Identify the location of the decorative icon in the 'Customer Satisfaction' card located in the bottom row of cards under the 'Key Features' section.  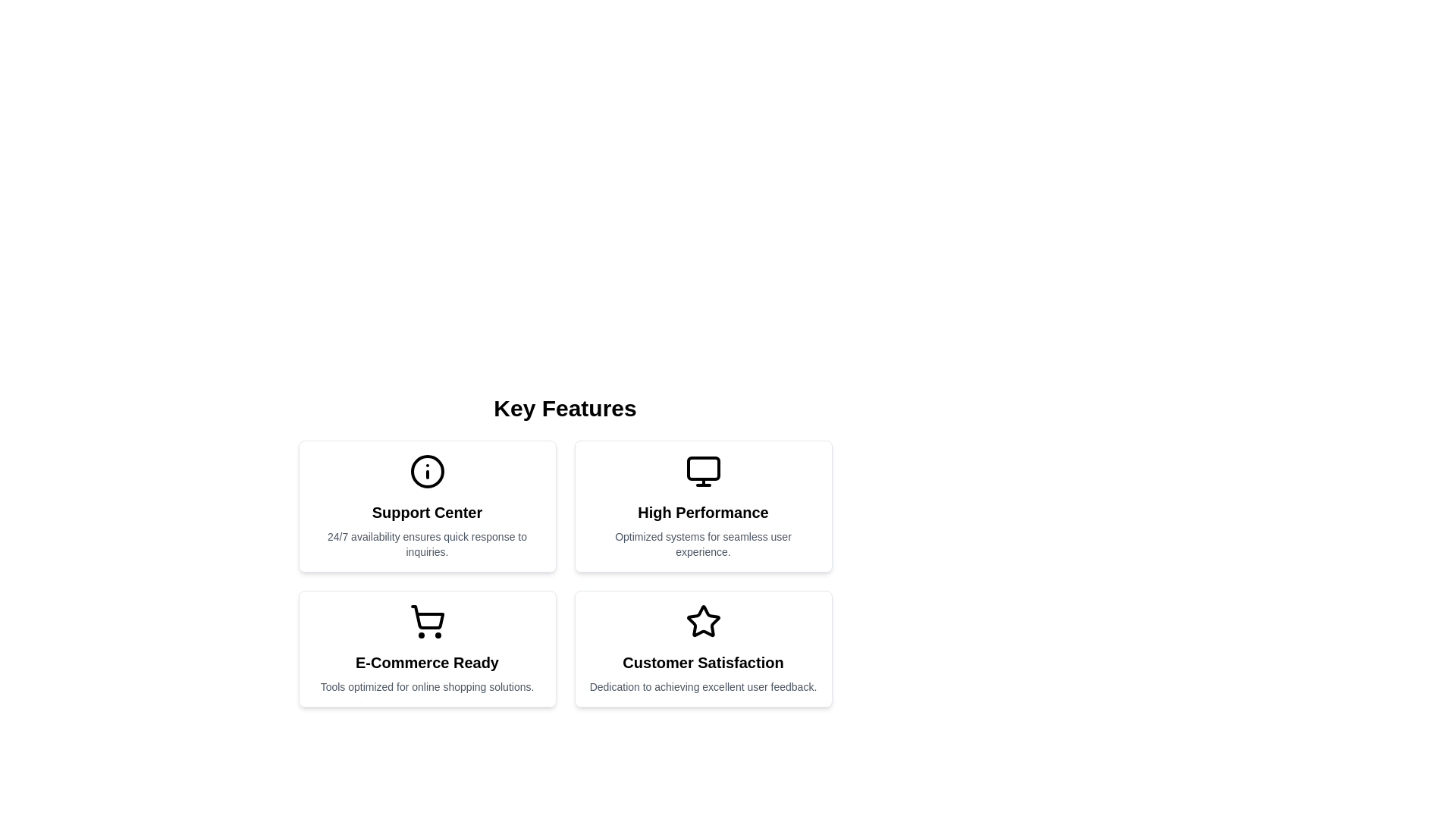
(702, 622).